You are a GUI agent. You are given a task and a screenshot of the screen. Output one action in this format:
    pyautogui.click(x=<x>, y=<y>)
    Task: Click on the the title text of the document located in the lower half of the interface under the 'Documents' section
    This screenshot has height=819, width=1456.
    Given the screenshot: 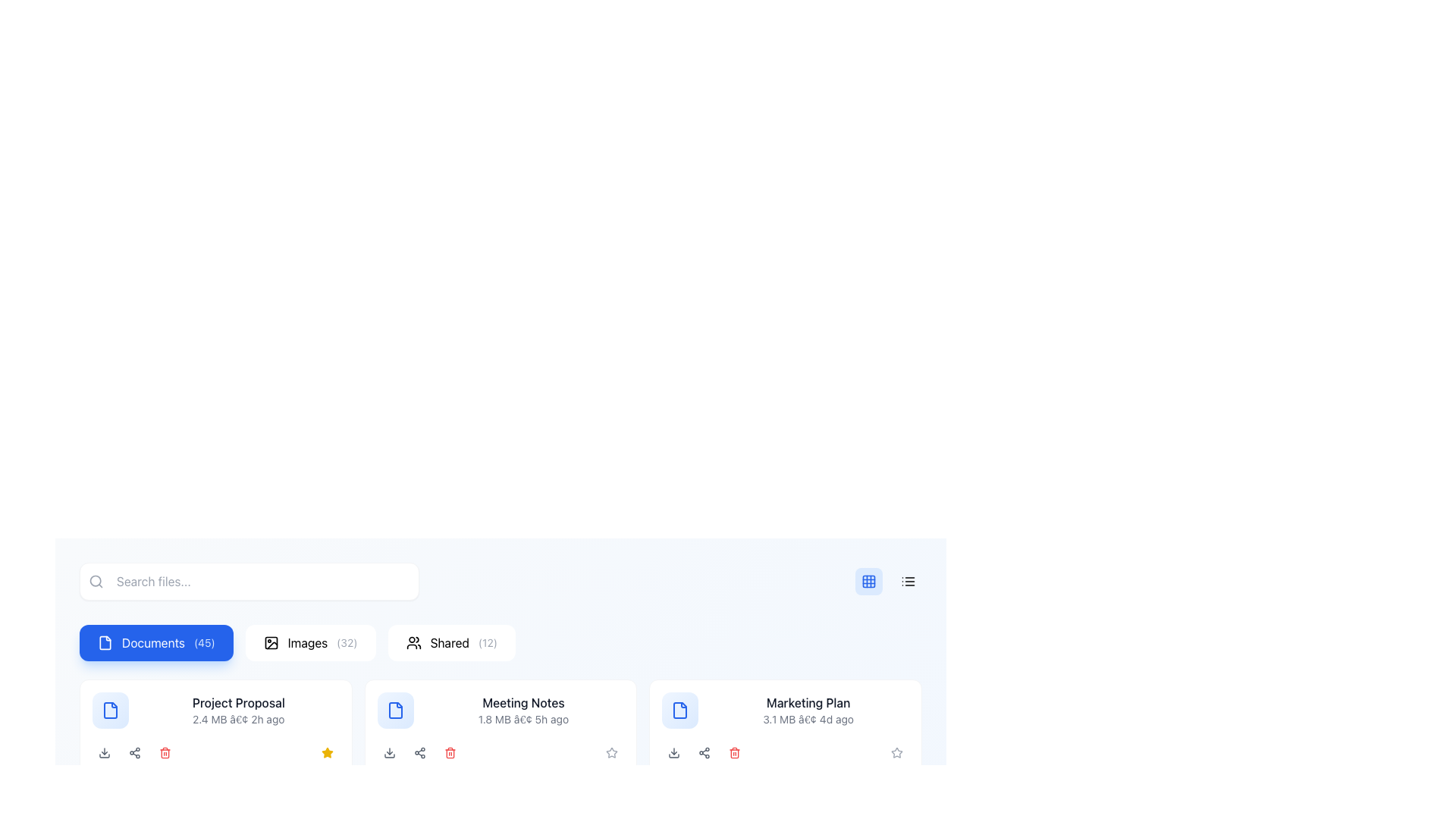 What is the action you would take?
    pyautogui.click(x=237, y=702)
    